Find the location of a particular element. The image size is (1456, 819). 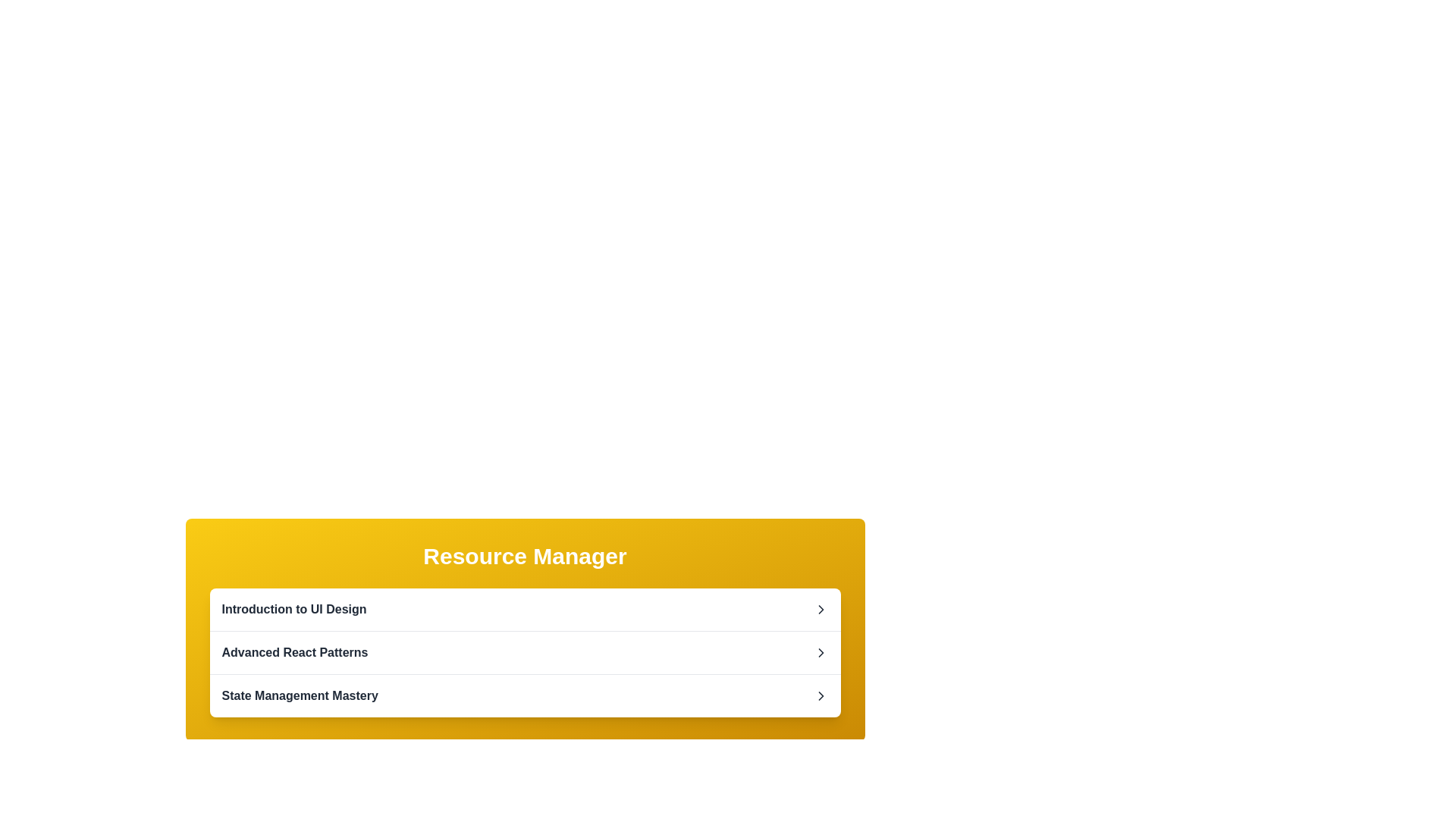

the Chevron Icon (Navigation Indicator) located at the far-right side of the row labeled 'Introduction to UI Design' is located at coordinates (820, 608).